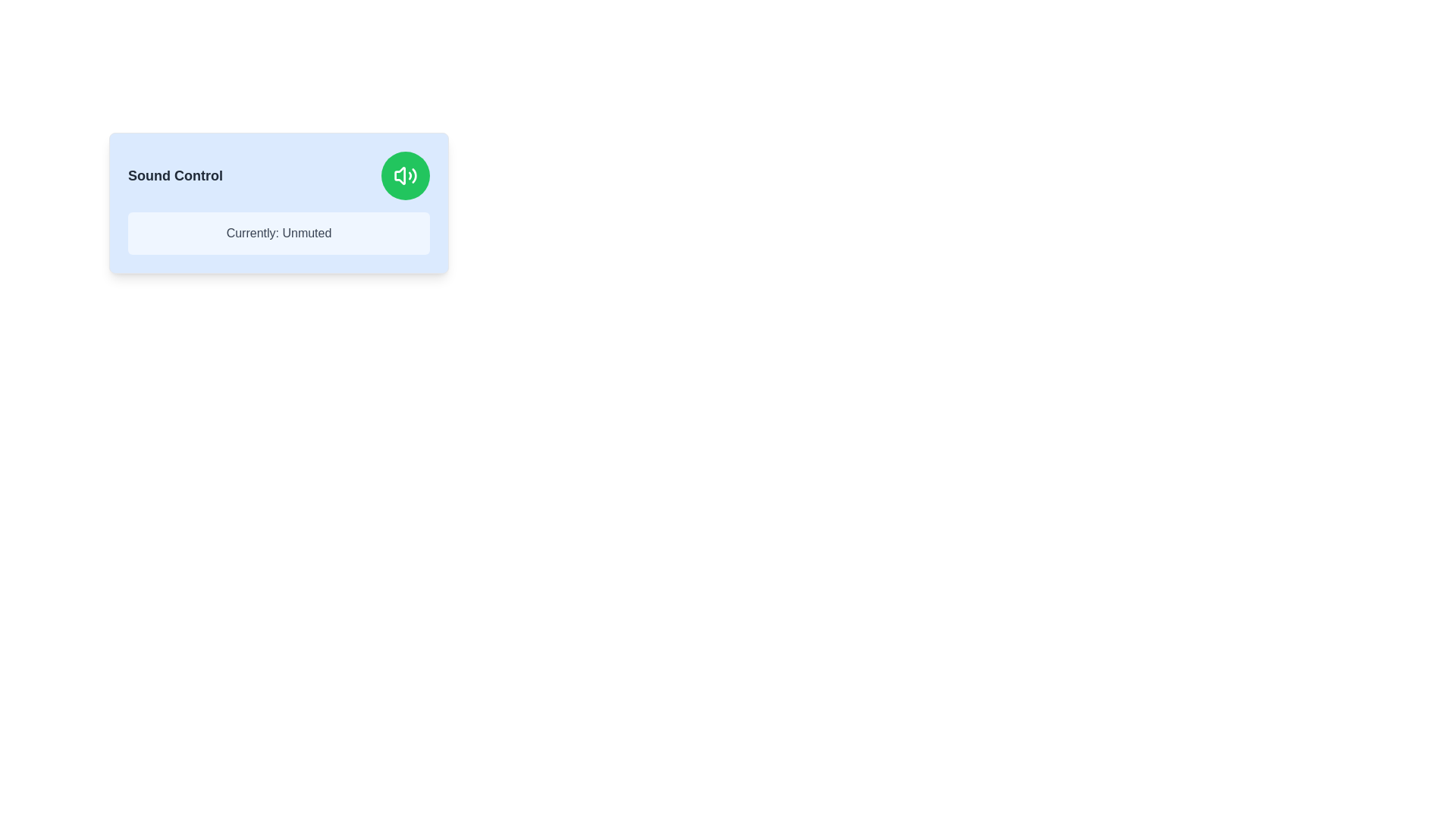 The image size is (1456, 819). Describe the element at coordinates (405, 174) in the screenshot. I see `the circular green button with a white speaker icon located to the right of the 'Sound Control' text` at that location.